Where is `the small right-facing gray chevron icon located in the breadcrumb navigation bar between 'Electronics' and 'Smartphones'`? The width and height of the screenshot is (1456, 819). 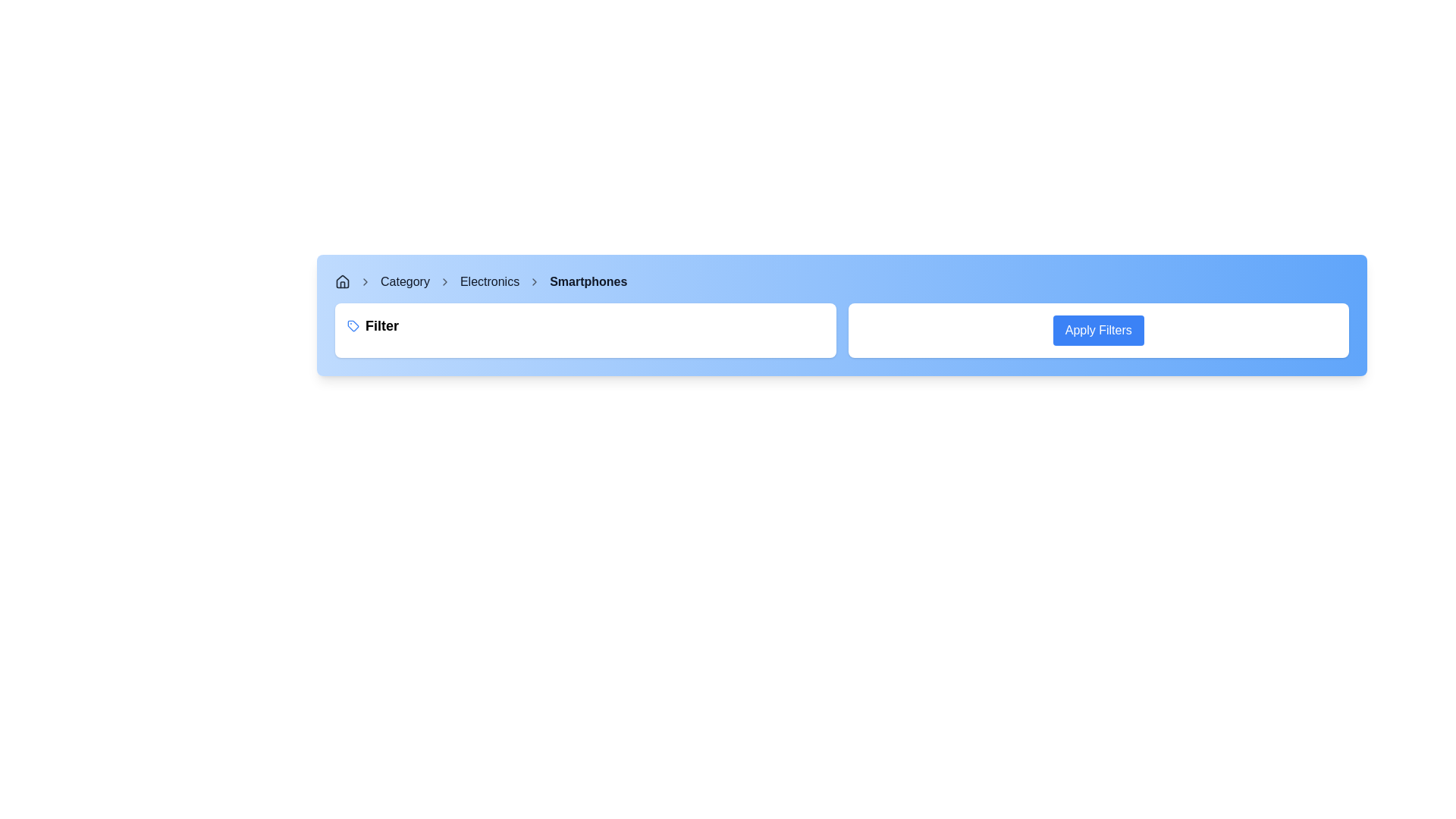
the small right-facing gray chevron icon located in the breadcrumb navigation bar between 'Electronics' and 'Smartphones' is located at coordinates (535, 281).